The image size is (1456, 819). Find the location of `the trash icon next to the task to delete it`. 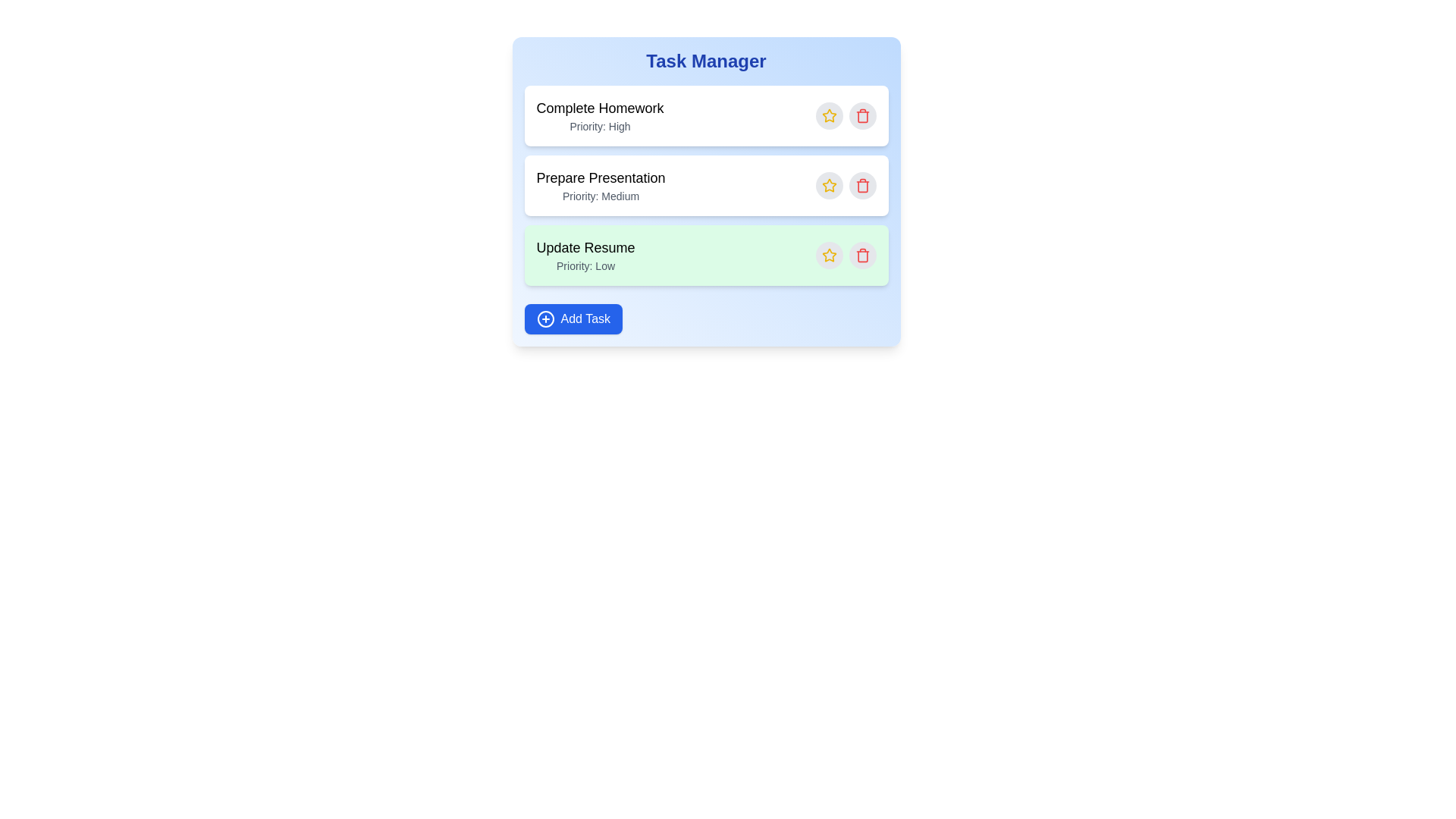

the trash icon next to the task to delete it is located at coordinates (862, 115).